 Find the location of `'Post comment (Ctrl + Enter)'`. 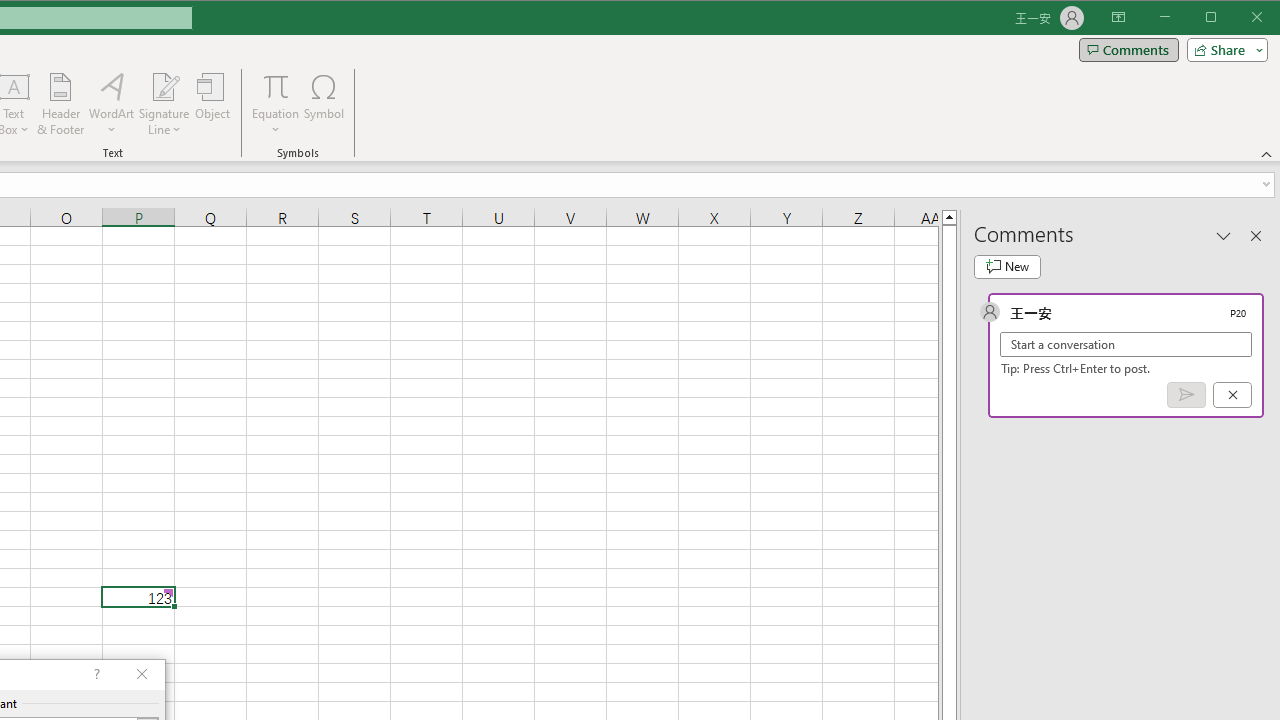

'Post comment (Ctrl + Enter)' is located at coordinates (1186, 395).